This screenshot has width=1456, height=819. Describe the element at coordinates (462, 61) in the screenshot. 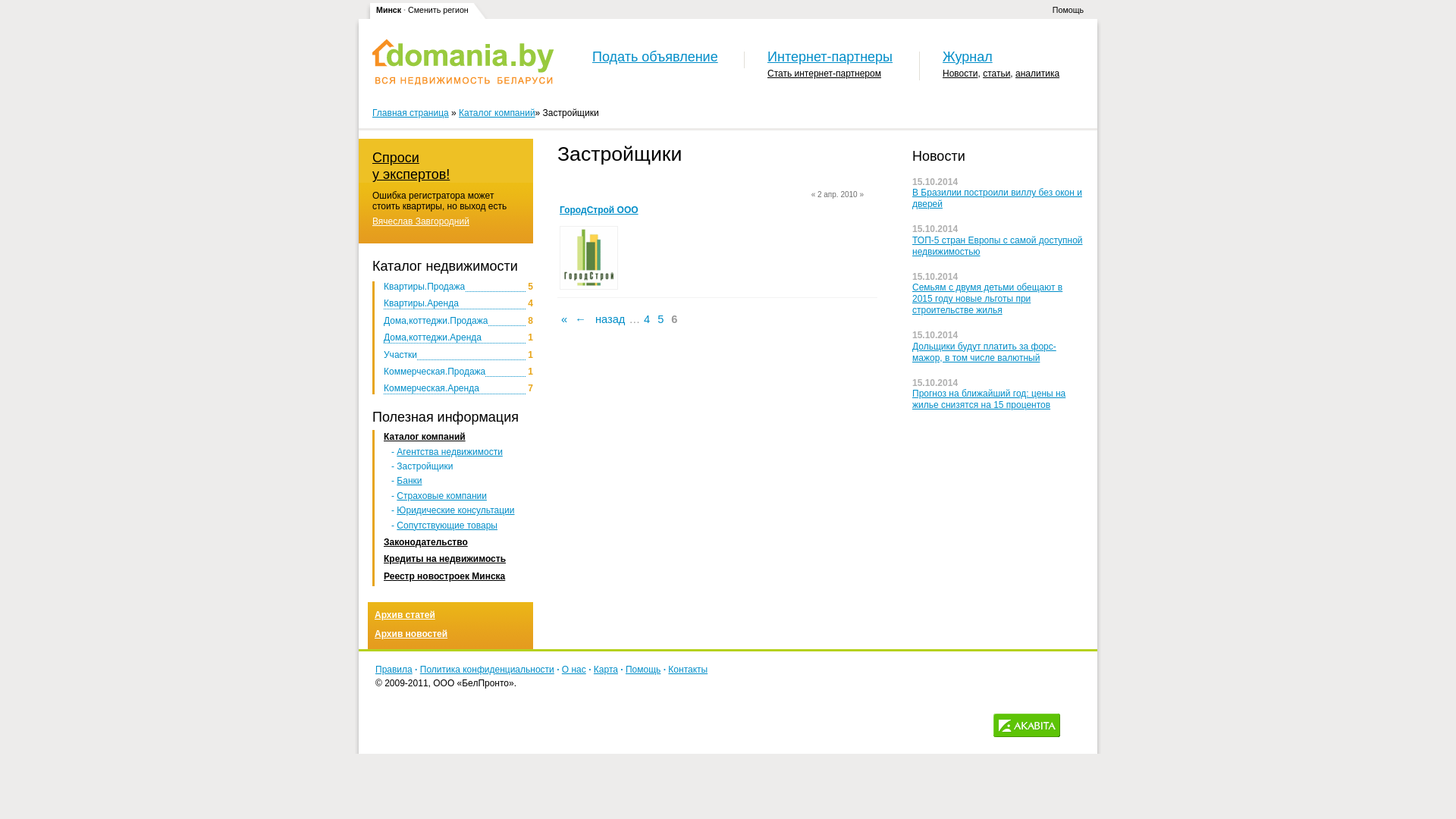

I see `'www.domania.by'` at that location.